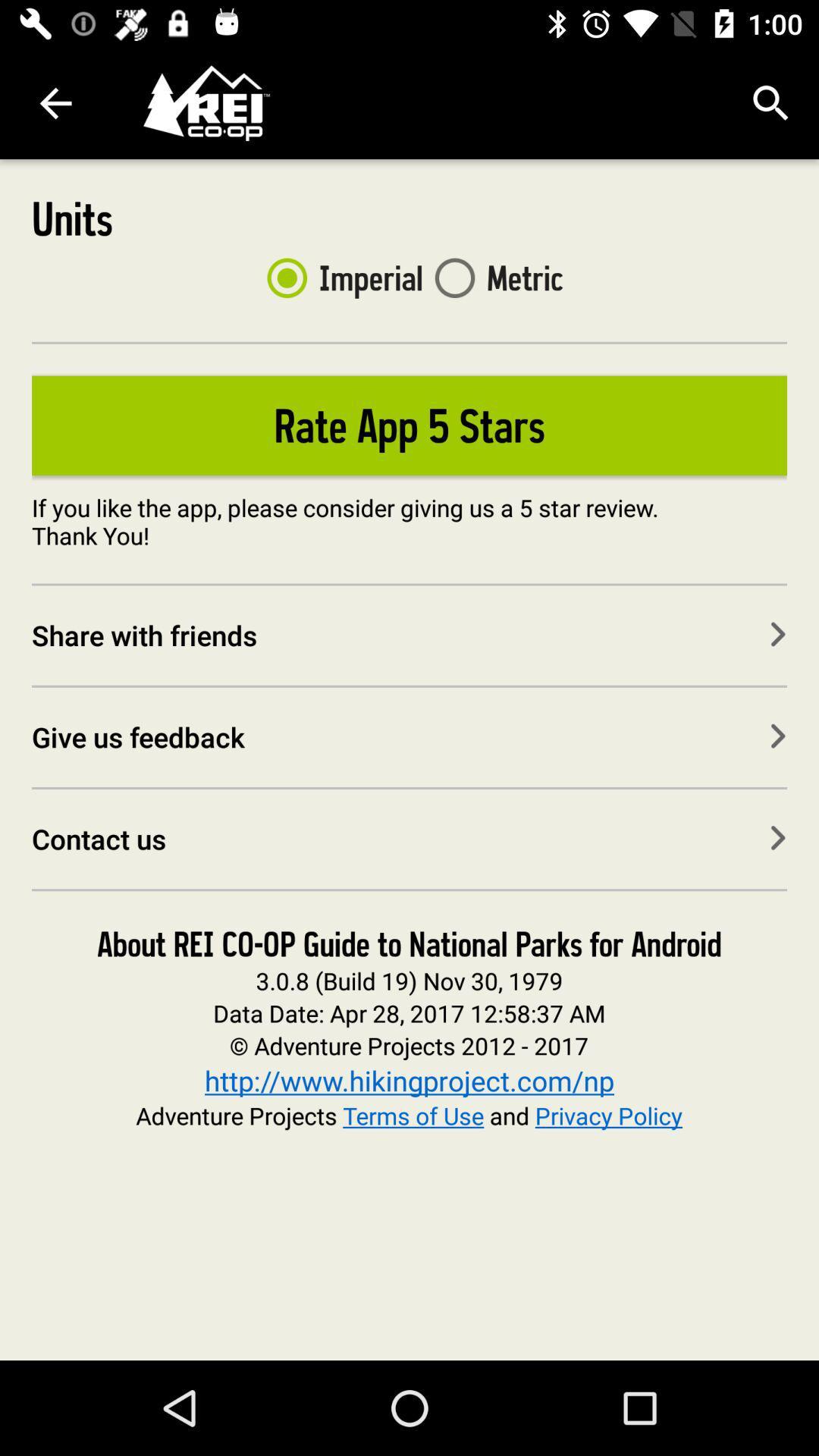 The width and height of the screenshot is (819, 1456). I want to click on icon to the right of the units item, so click(338, 278).